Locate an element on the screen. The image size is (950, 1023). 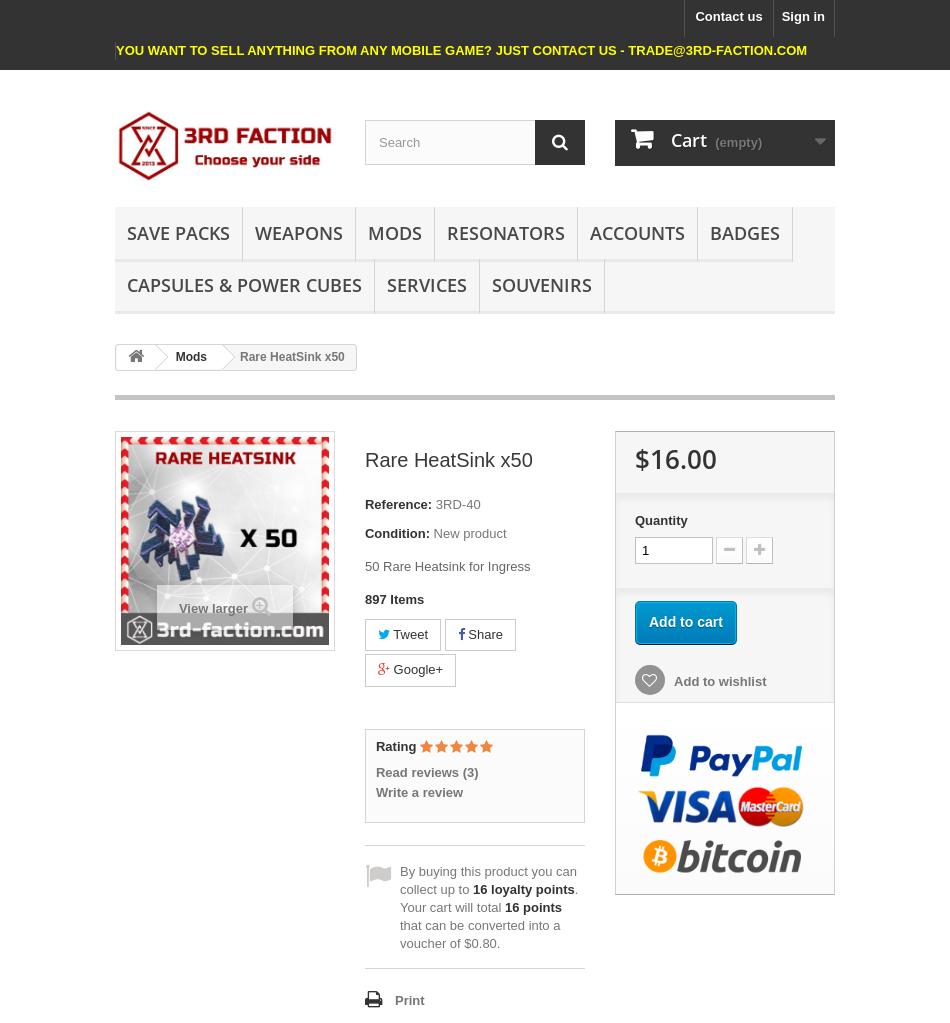
'Souvenirs' is located at coordinates (541, 282).